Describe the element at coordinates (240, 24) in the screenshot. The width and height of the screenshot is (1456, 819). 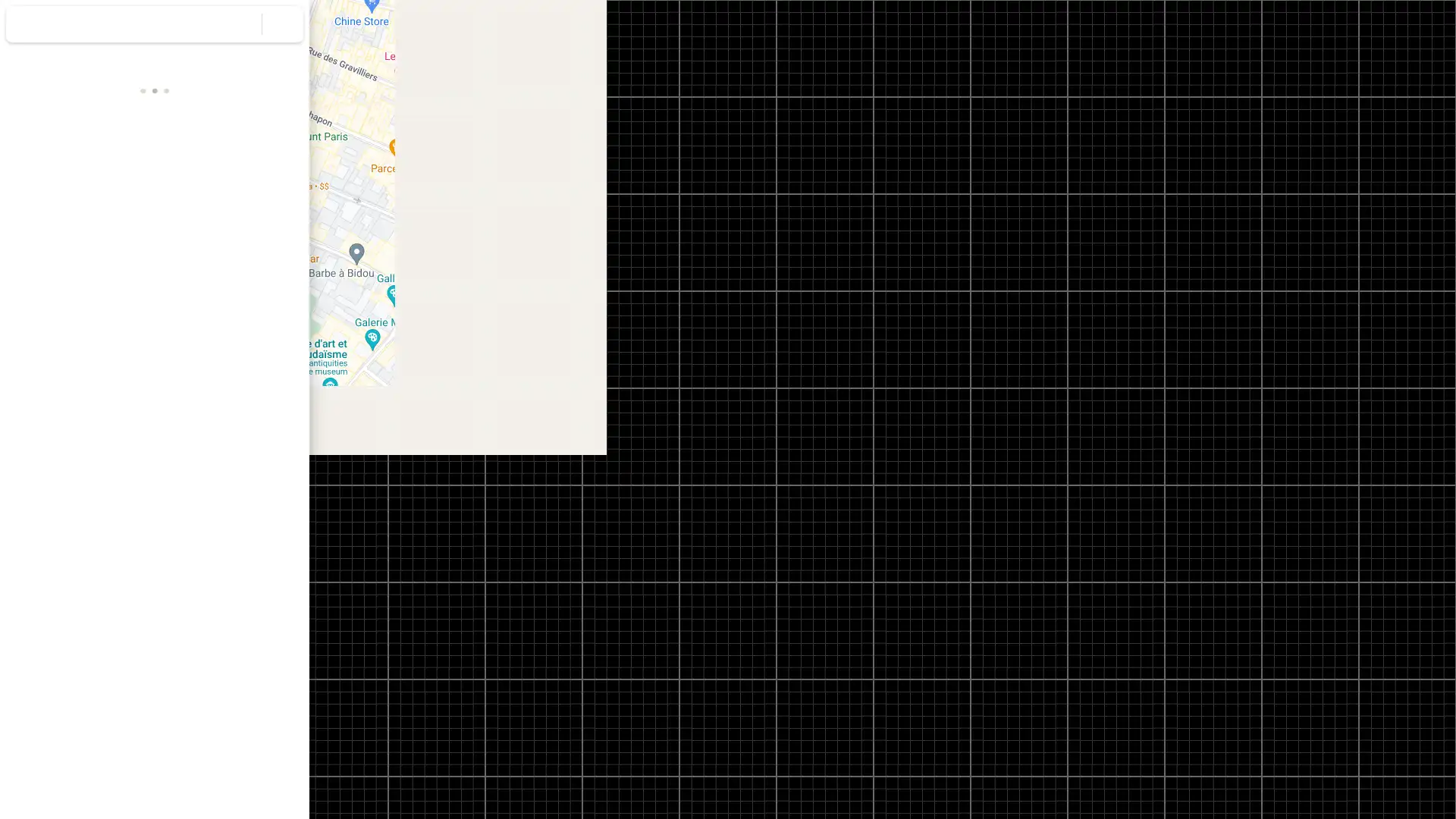
I see `Search` at that location.